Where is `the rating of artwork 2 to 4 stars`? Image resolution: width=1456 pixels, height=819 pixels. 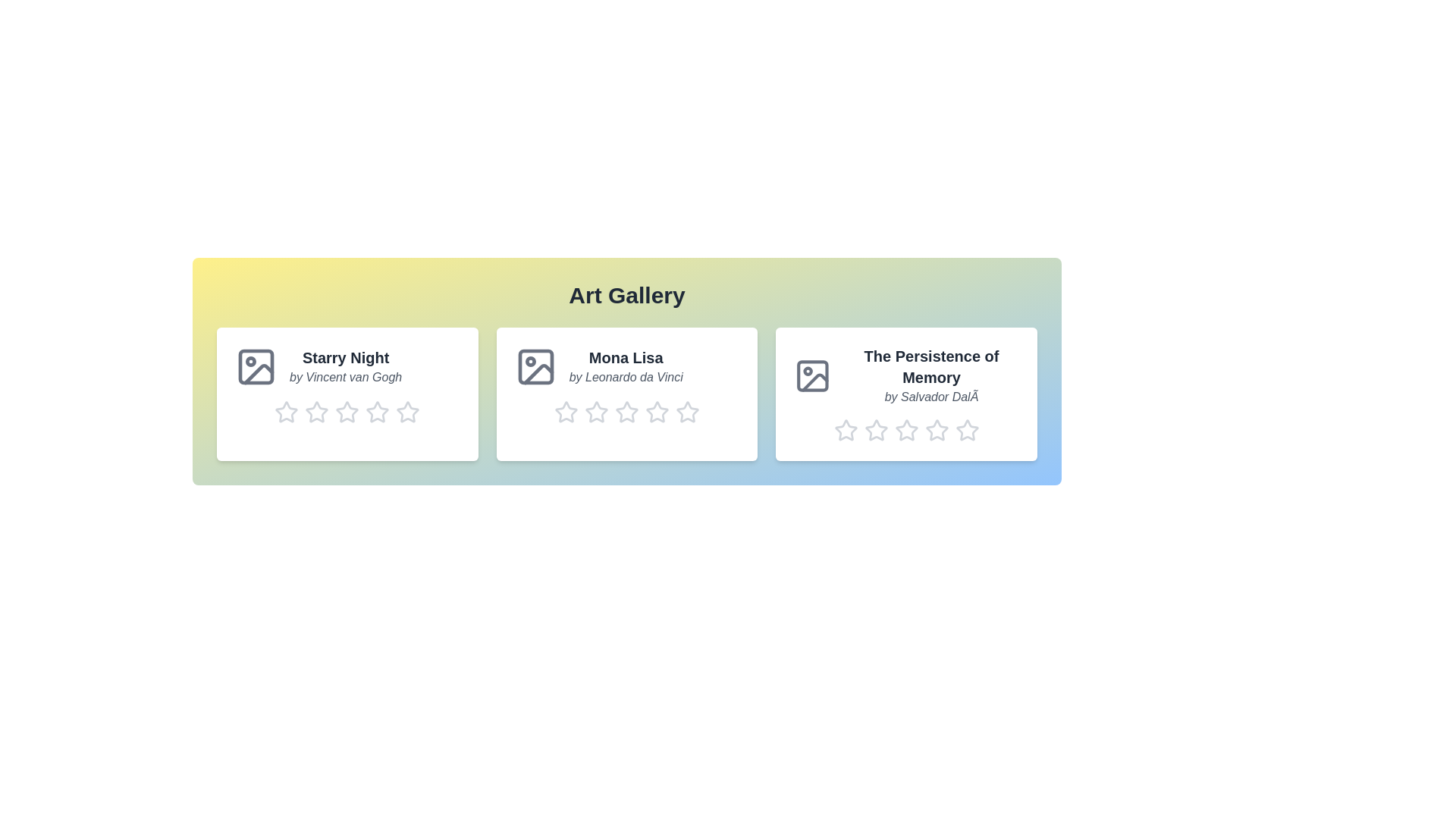 the rating of artwork 2 to 4 stars is located at coordinates (645, 412).